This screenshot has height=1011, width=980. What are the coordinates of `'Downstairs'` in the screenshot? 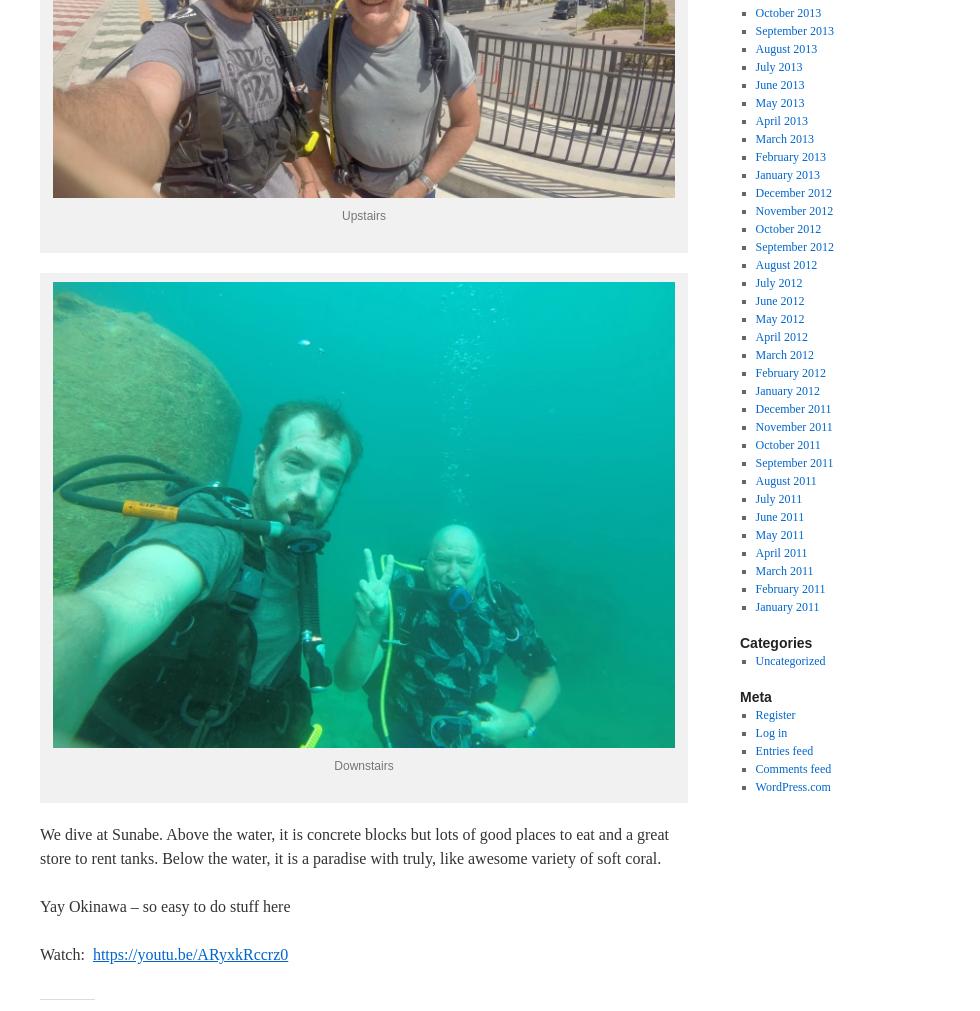 It's located at (333, 765).